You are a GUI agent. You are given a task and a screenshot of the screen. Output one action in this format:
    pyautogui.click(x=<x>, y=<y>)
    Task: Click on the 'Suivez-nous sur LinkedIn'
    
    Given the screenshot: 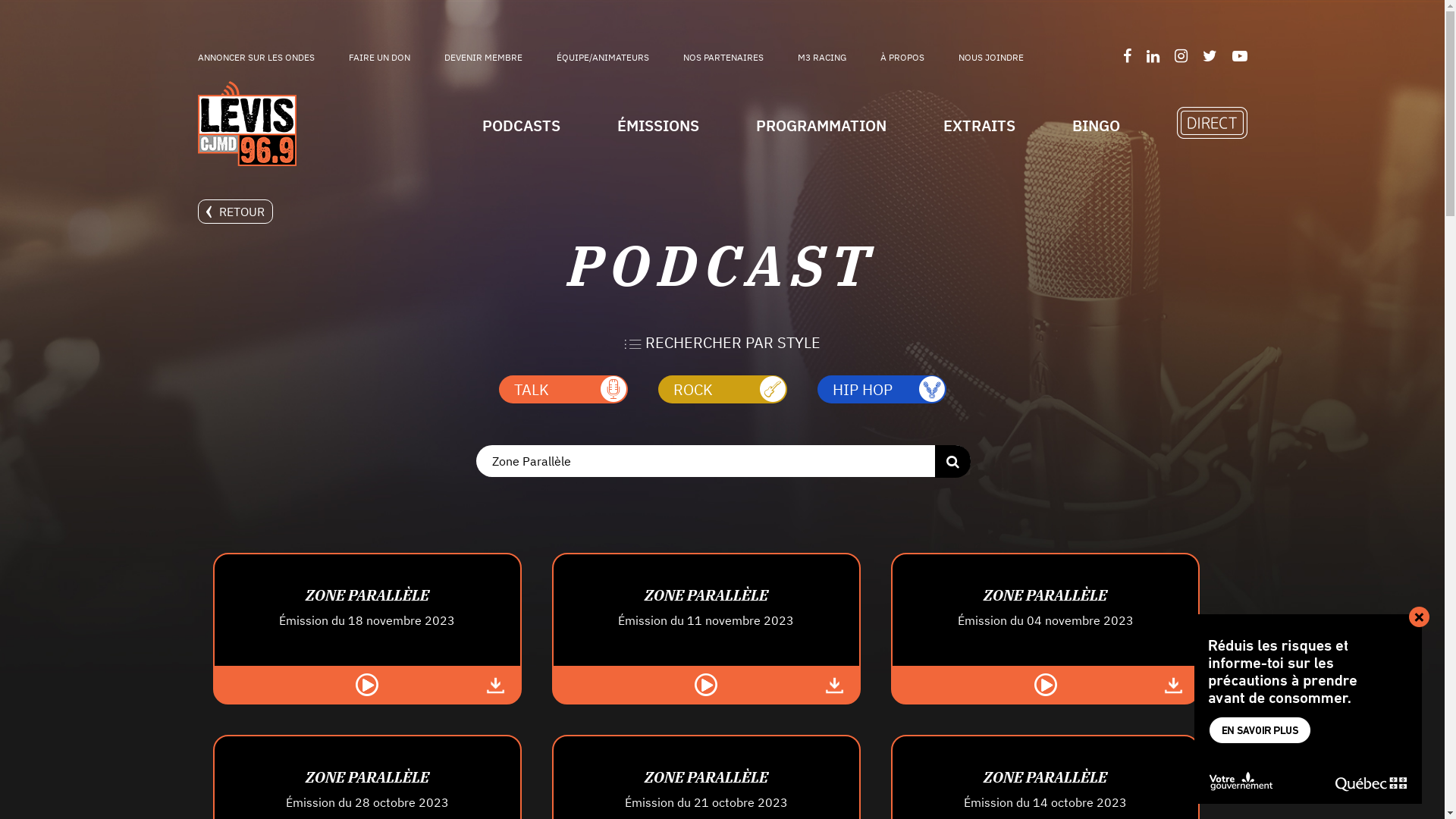 What is the action you would take?
    pyautogui.click(x=1153, y=55)
    